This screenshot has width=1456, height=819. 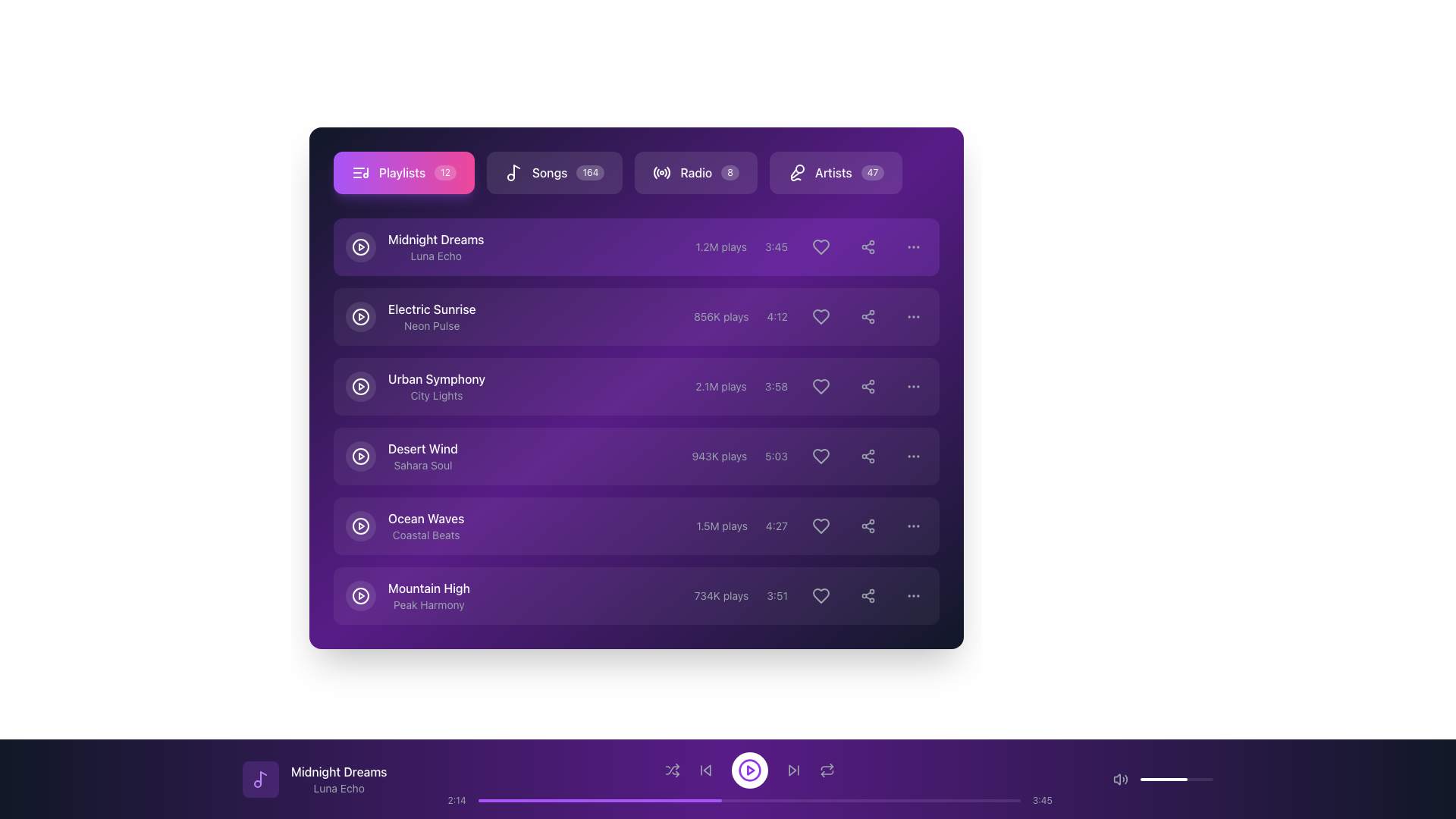 I want to click on the heart icon next to the song 'Electric Sunrise' in the playlist panel, so click(x=821, y=315).